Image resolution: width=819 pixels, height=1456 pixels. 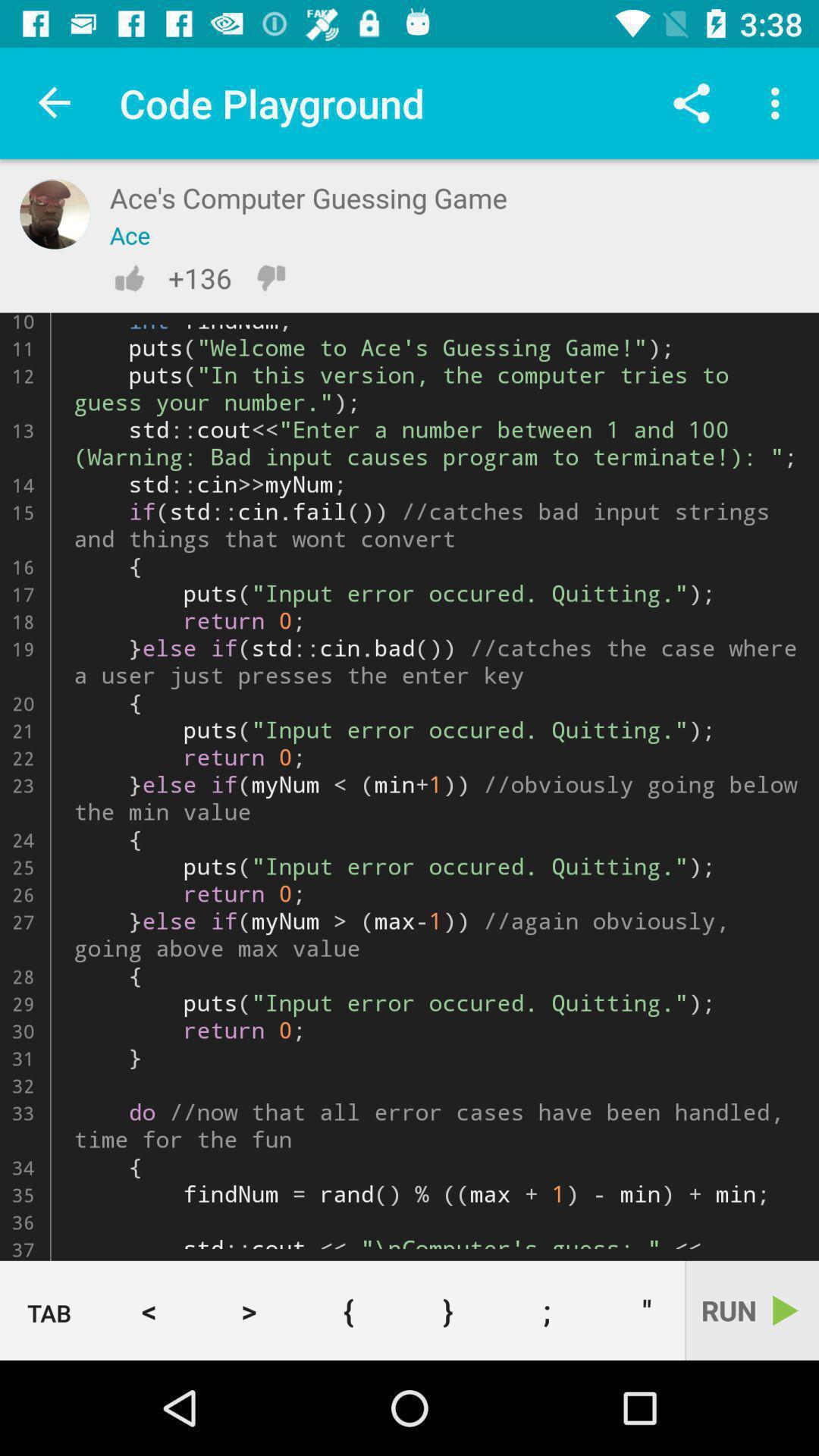 What do you see at coordinates (270, 278) in the screenshot?
I see `the thumbs_down icon` at bounding box center [270, 278].